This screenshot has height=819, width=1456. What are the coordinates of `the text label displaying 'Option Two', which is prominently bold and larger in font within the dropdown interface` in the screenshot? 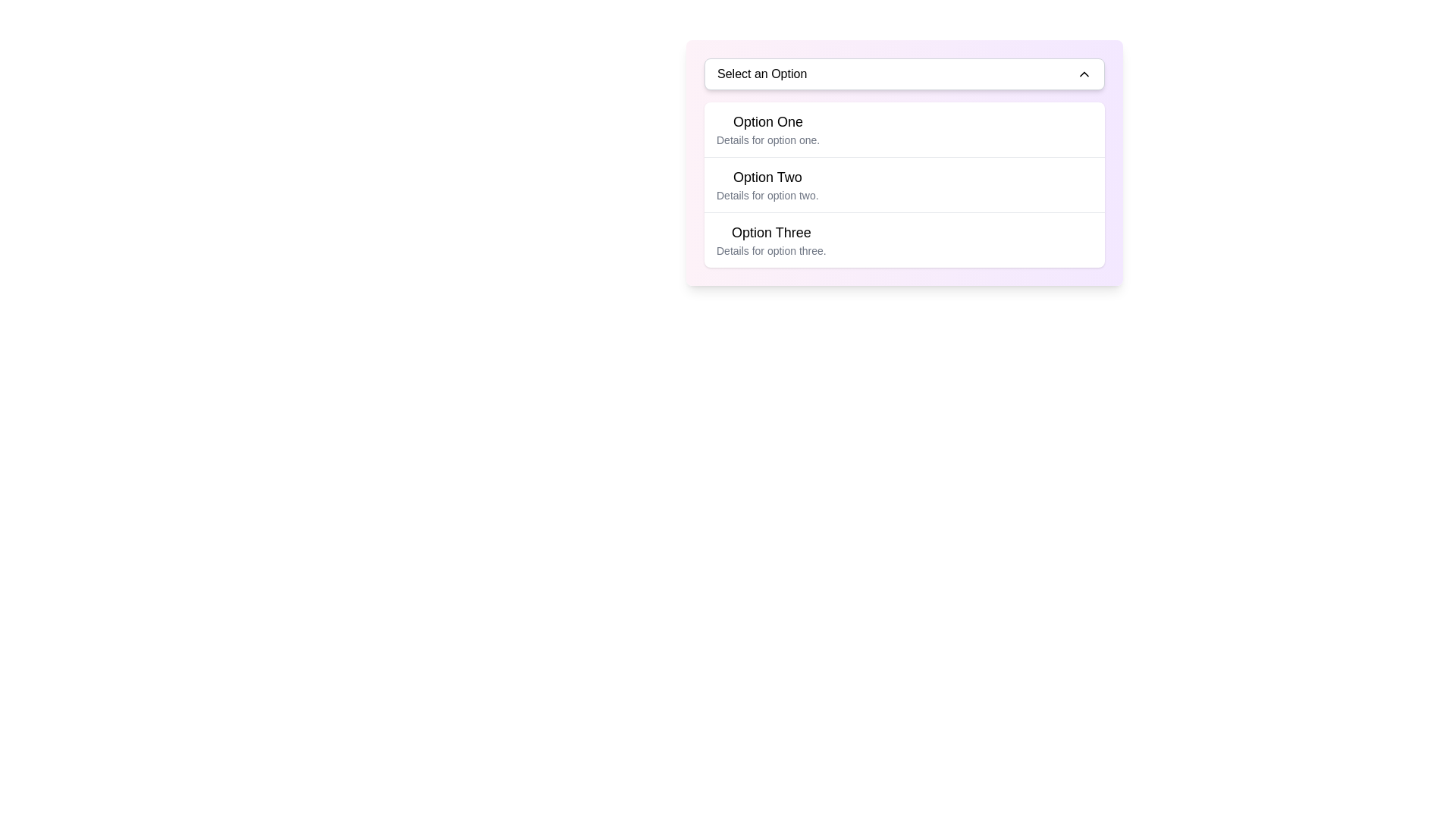 It's located at (767, 177).